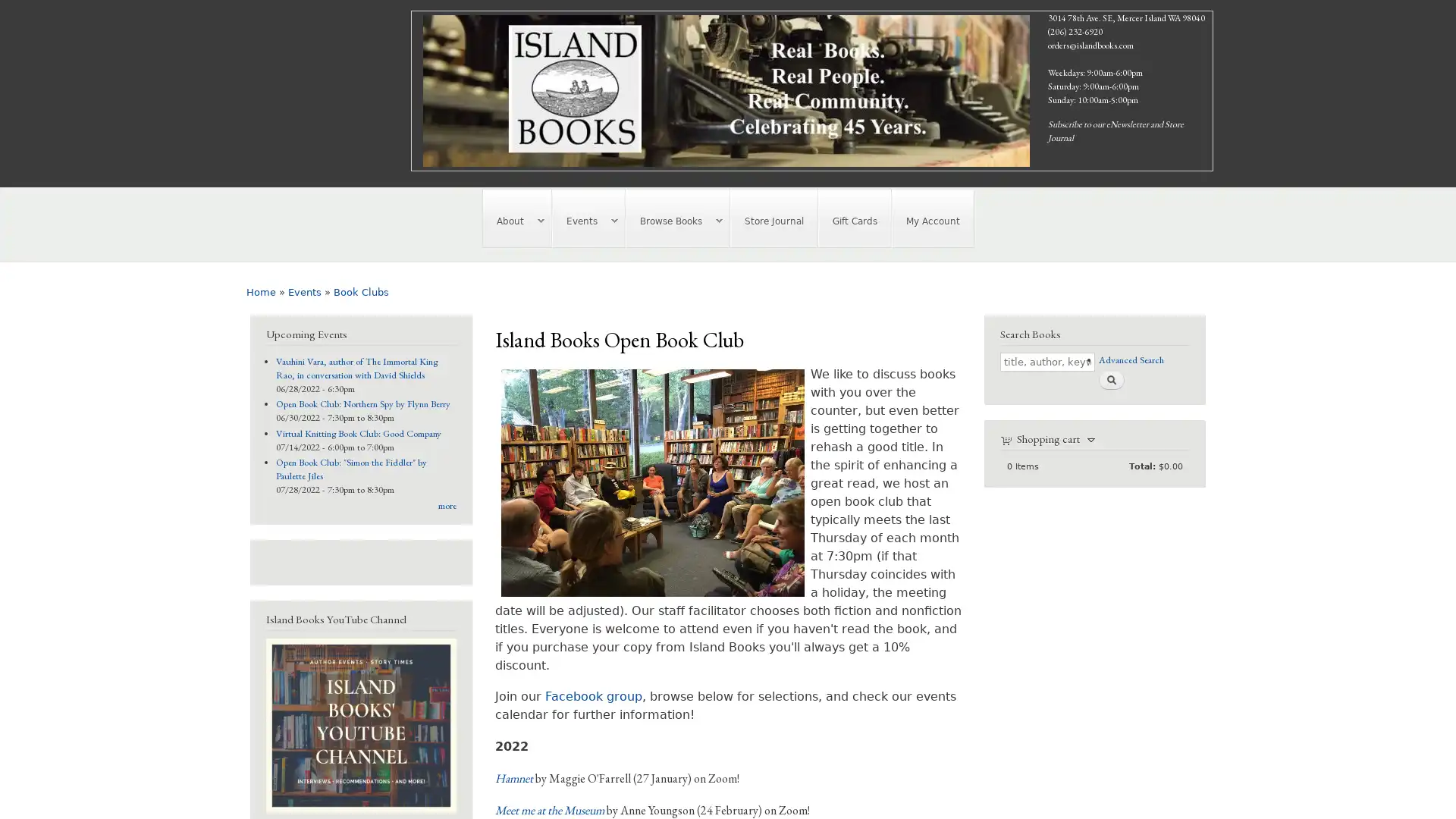 The image size is (1456, 819). Describe the element at coordinates (1110, 378) in the screenshot. I see `Search` at that location.